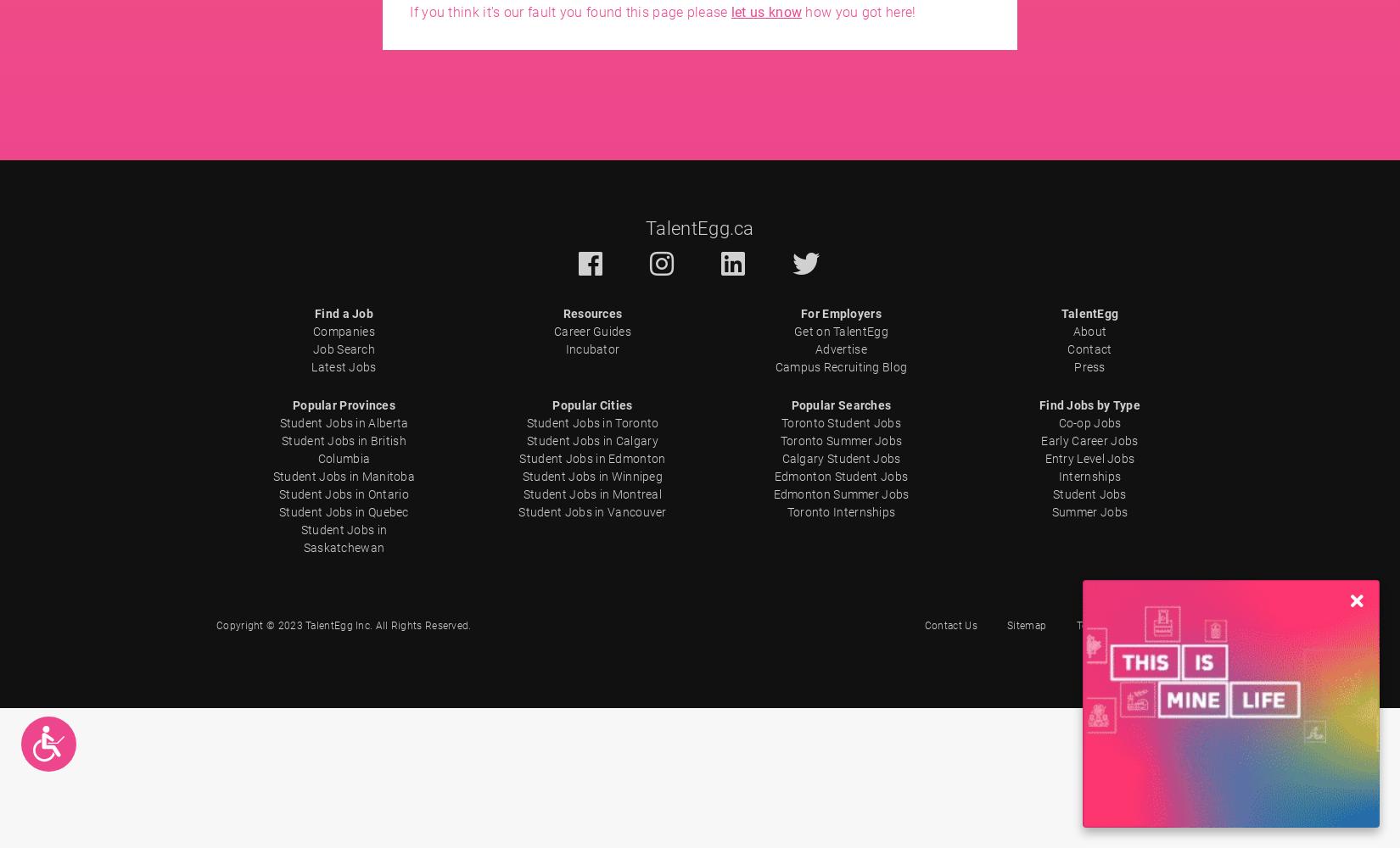 Image resolution: width=1400 pixels, height=848 pixels. Describe the element at coordinates (591, 477) in the screenshot. I see `'Student Jobs in Winnipeg'` at that location.